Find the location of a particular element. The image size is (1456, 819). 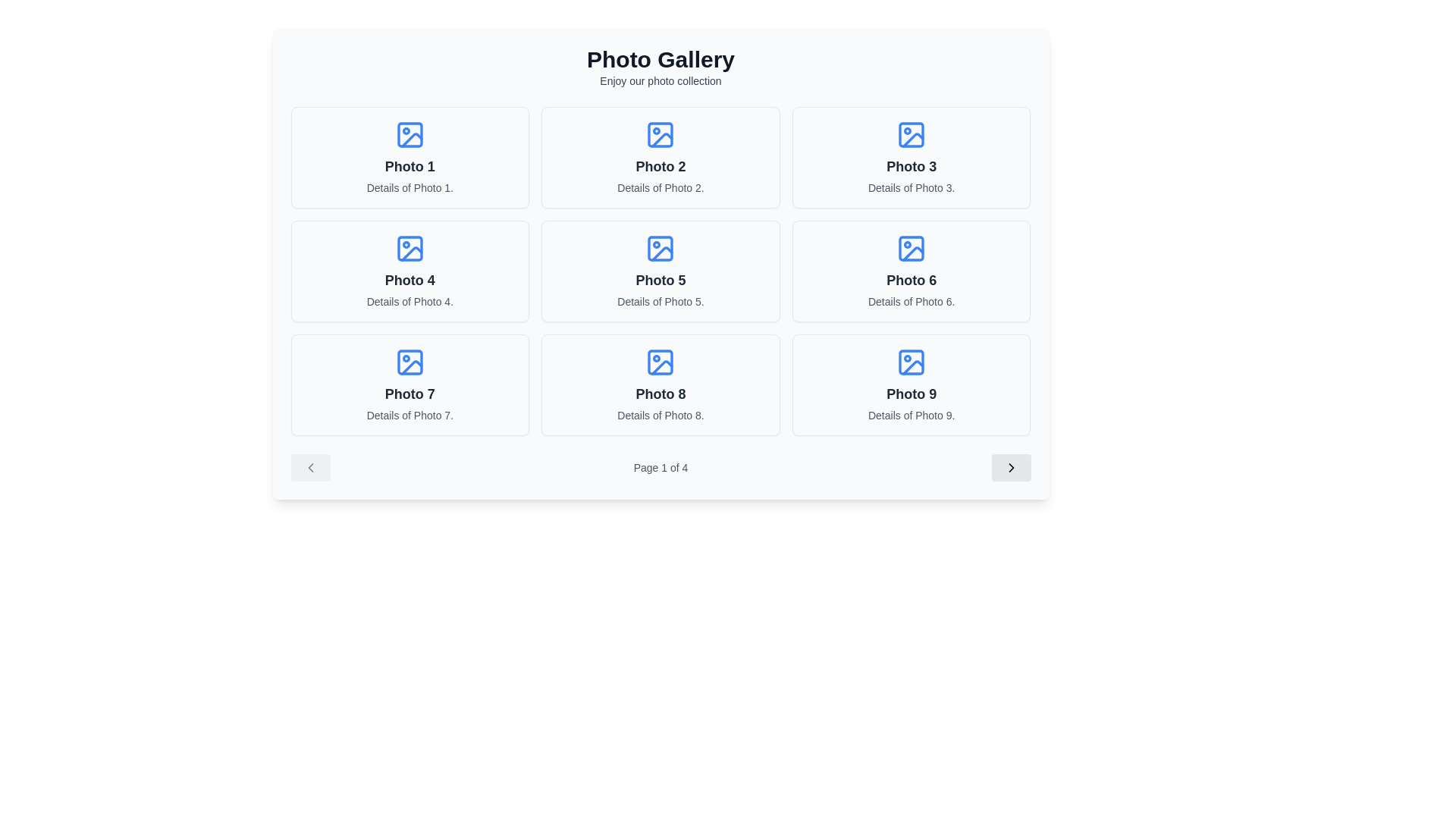

the Content Card that features a bold title 'Photo 3' and descriptive text 'Details of Photo 3.', located in the top-right section of a 3x3 grid layout as the third item in the first row is located at coordinates (911, 158).